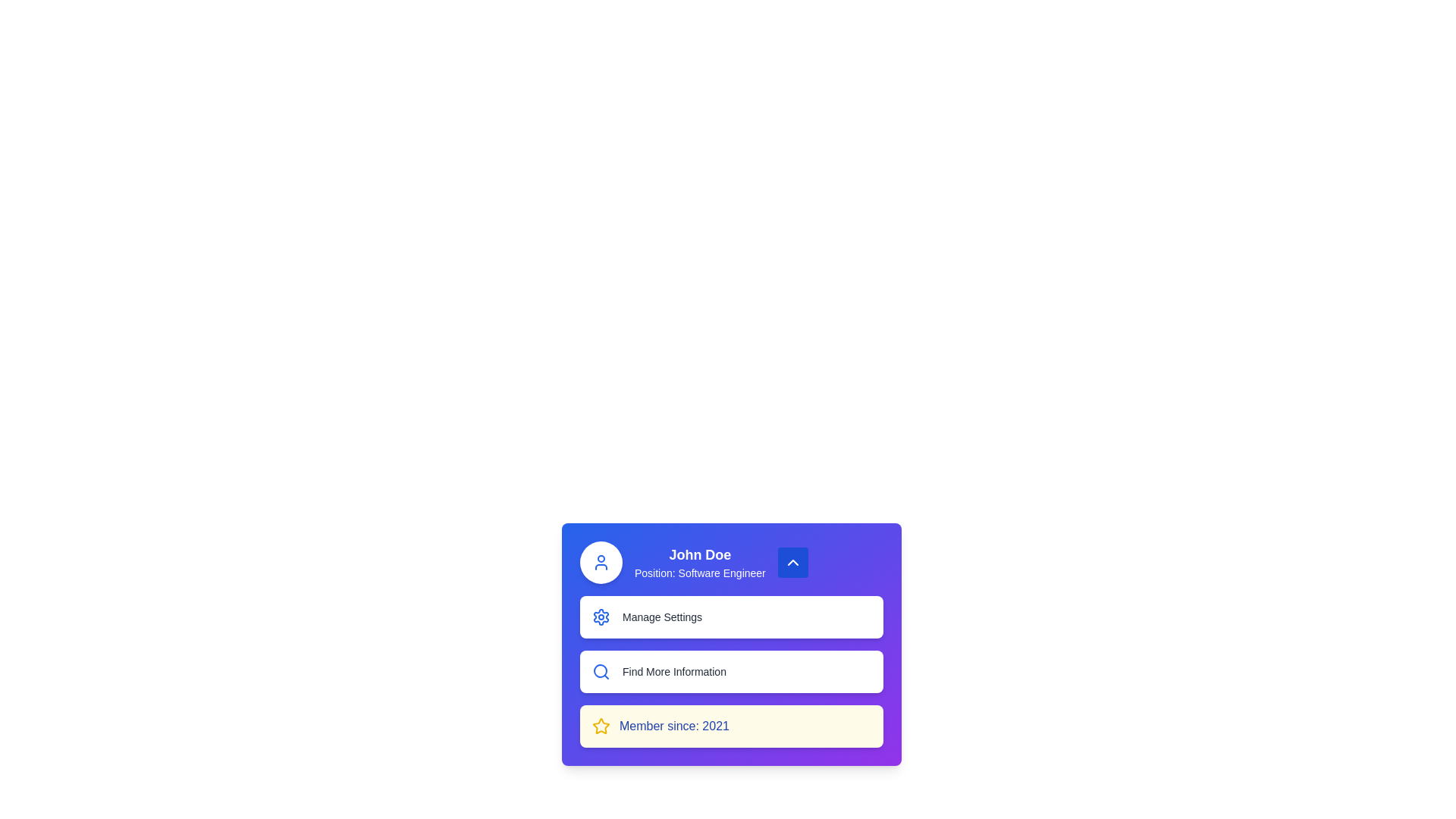 This screenshot has width=1456, height=819. What do you see at coordinates (600, 725) in the screenshot?
I see `the star icon with a yellow border located at the bottom-right corner of the 'Member since: 2021' section` at bounding box center [600, 725].